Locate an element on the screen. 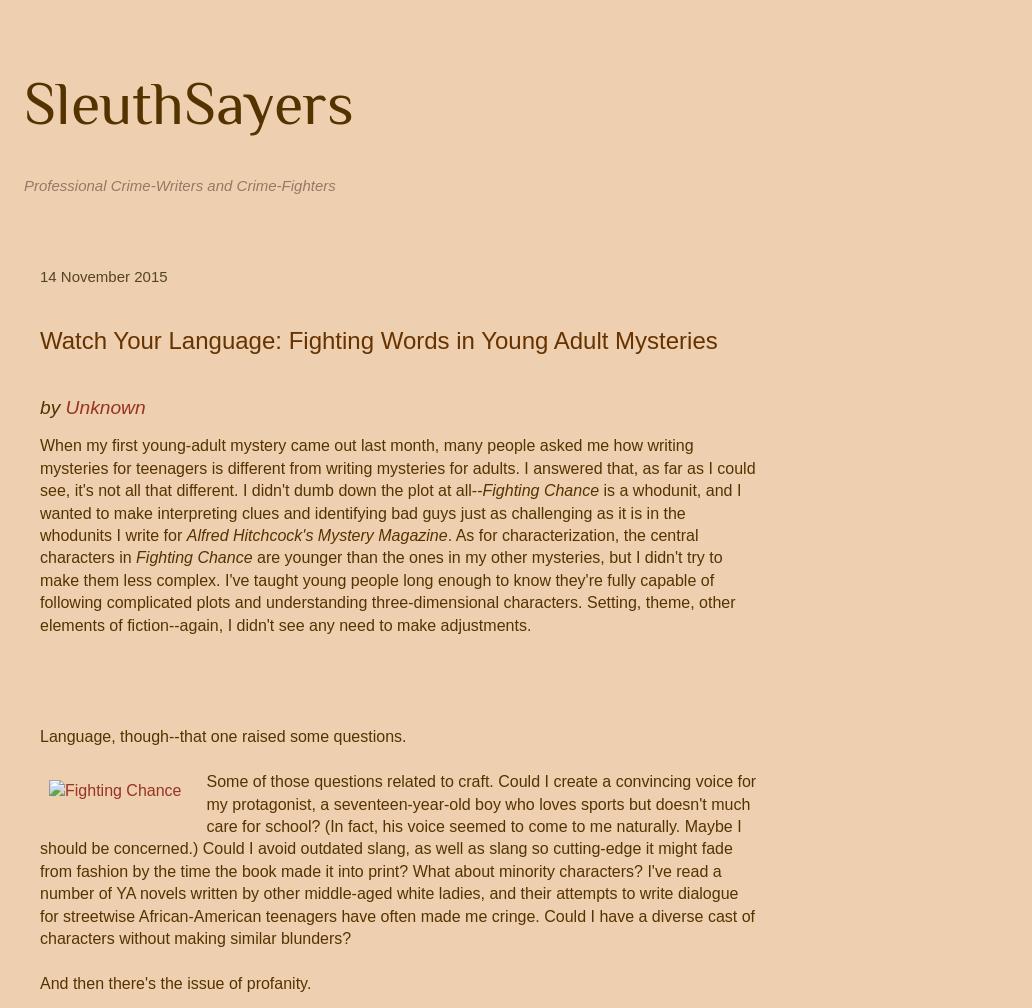 Image resolution: width=1032 pixels, height=1008 pixels. 'SleuthSayers' is located at coordinates (187, 103).